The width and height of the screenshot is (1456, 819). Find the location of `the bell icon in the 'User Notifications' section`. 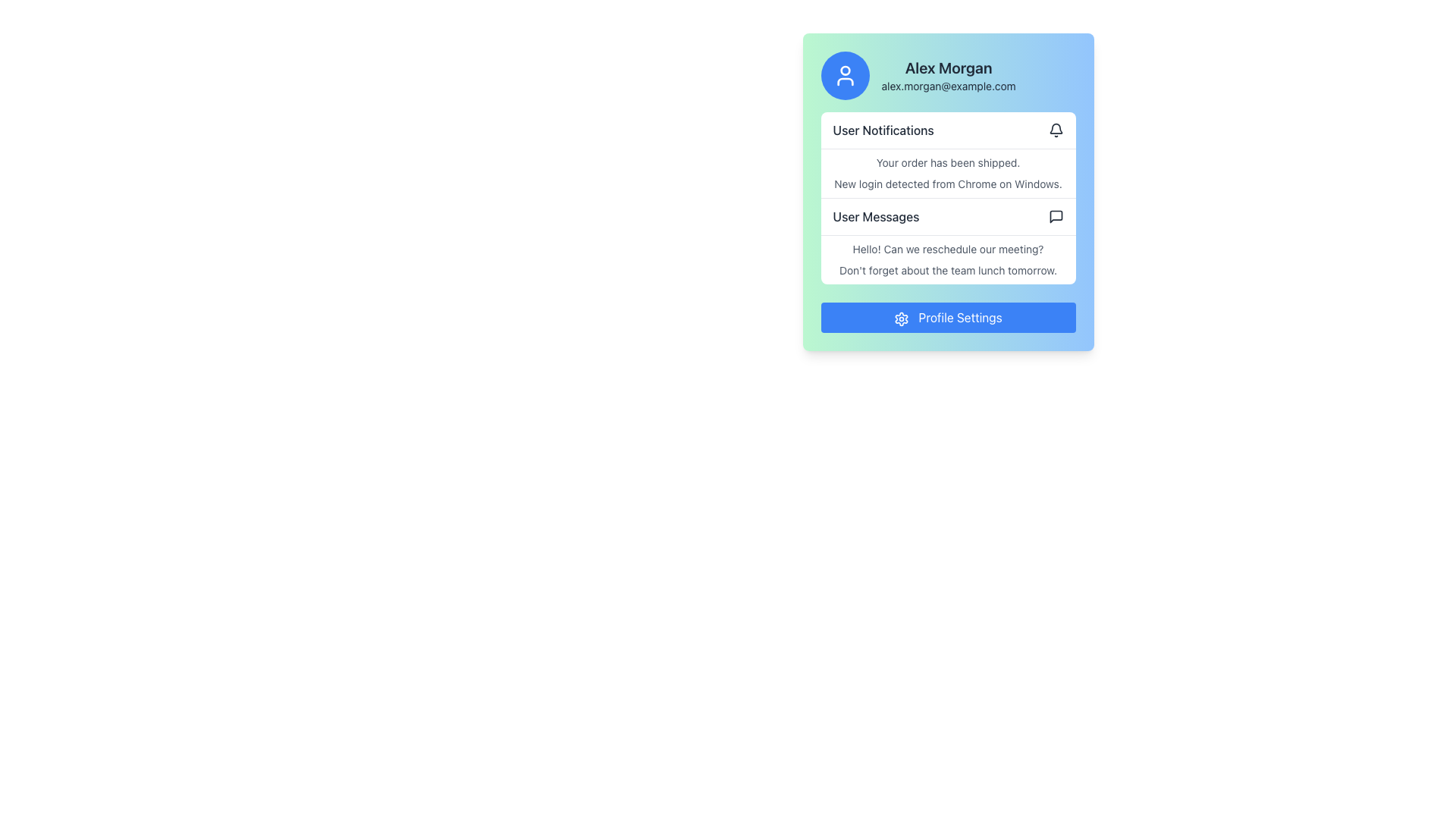

the bell icon in the 'User Notifications' section is located at coordinates (1055, 130).